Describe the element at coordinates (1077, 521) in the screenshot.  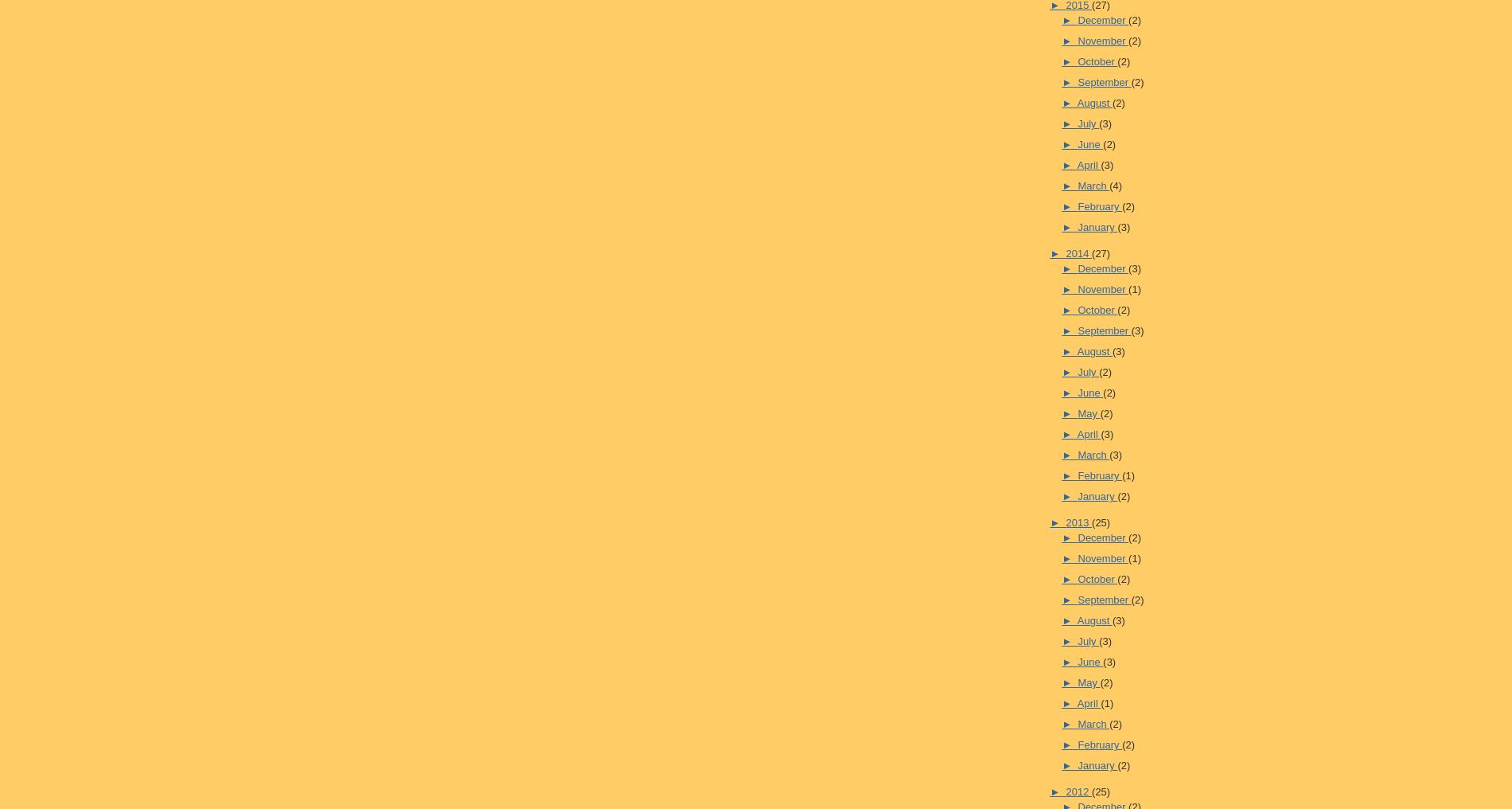
I see `'2013'` at that location.